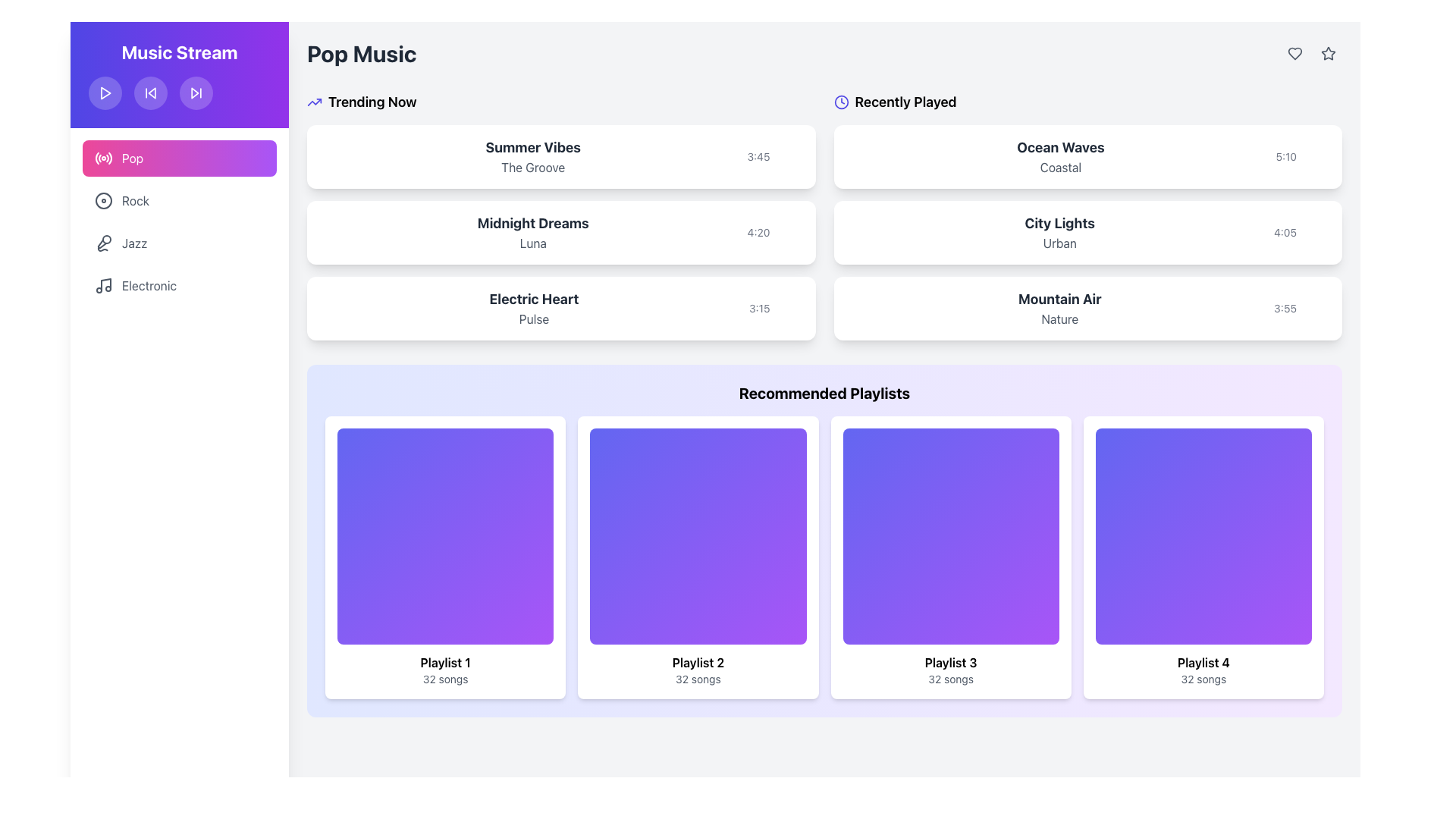  Describe the element at coordinates (533, 148) in the screenshot. I see `the 'Summer Vibes' text label that is bold, large, and gray, positioned above the subtitle 'The Groove' in the 'Trending Now' section` at that location.